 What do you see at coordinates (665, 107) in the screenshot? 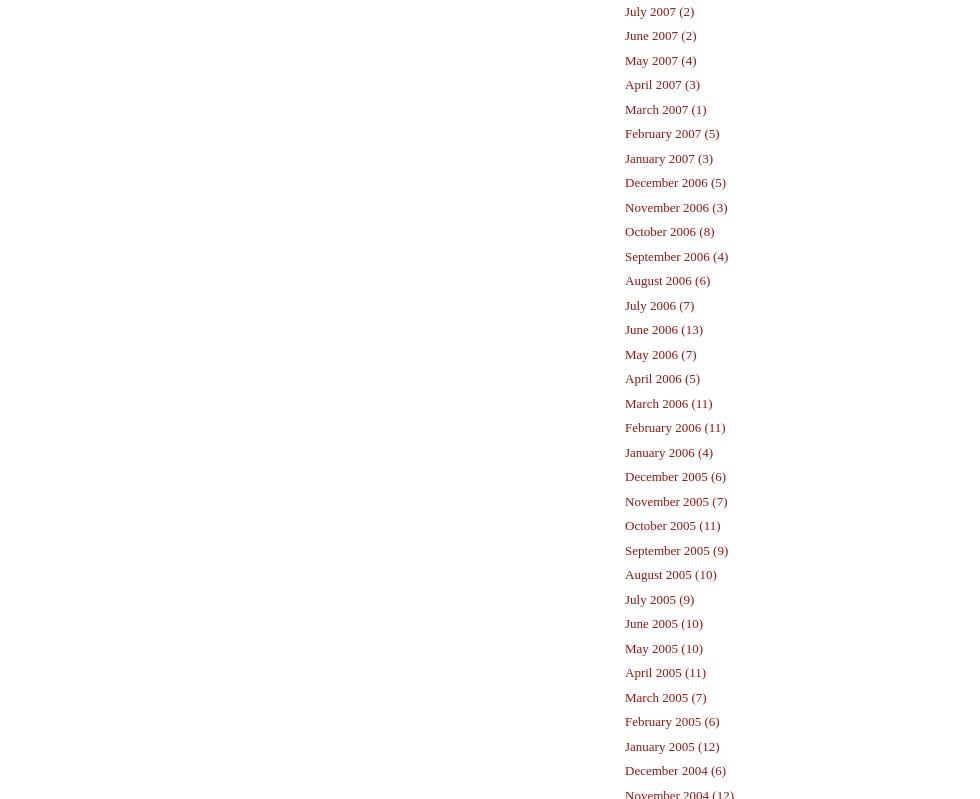
I see `'March 2007 (1)'` at bounding box center [665, 107].